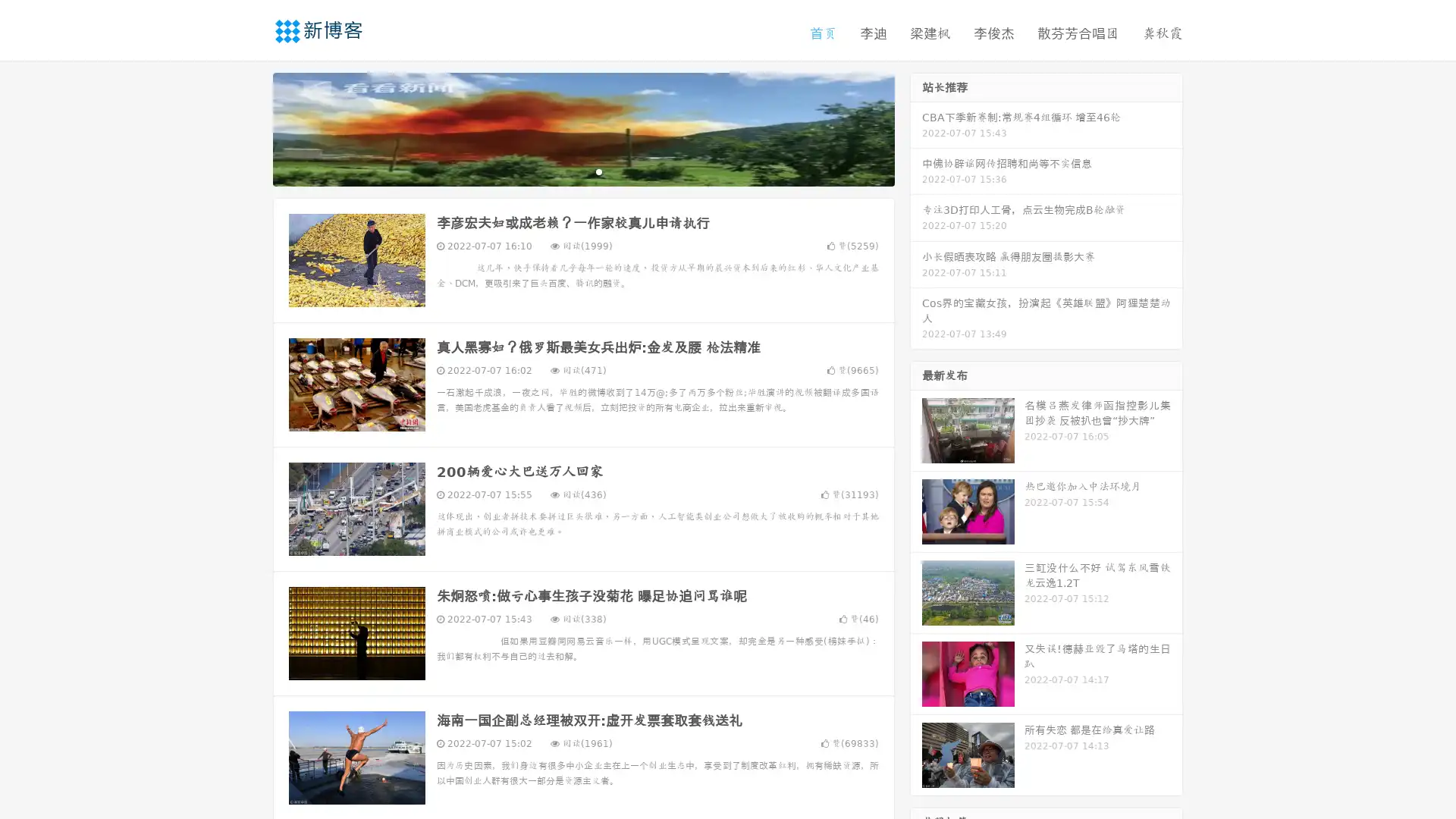  What do you see at coordinates (598, 171) in the screenshot?
I see `Go to slide 3` at bounding box center [598, 171].